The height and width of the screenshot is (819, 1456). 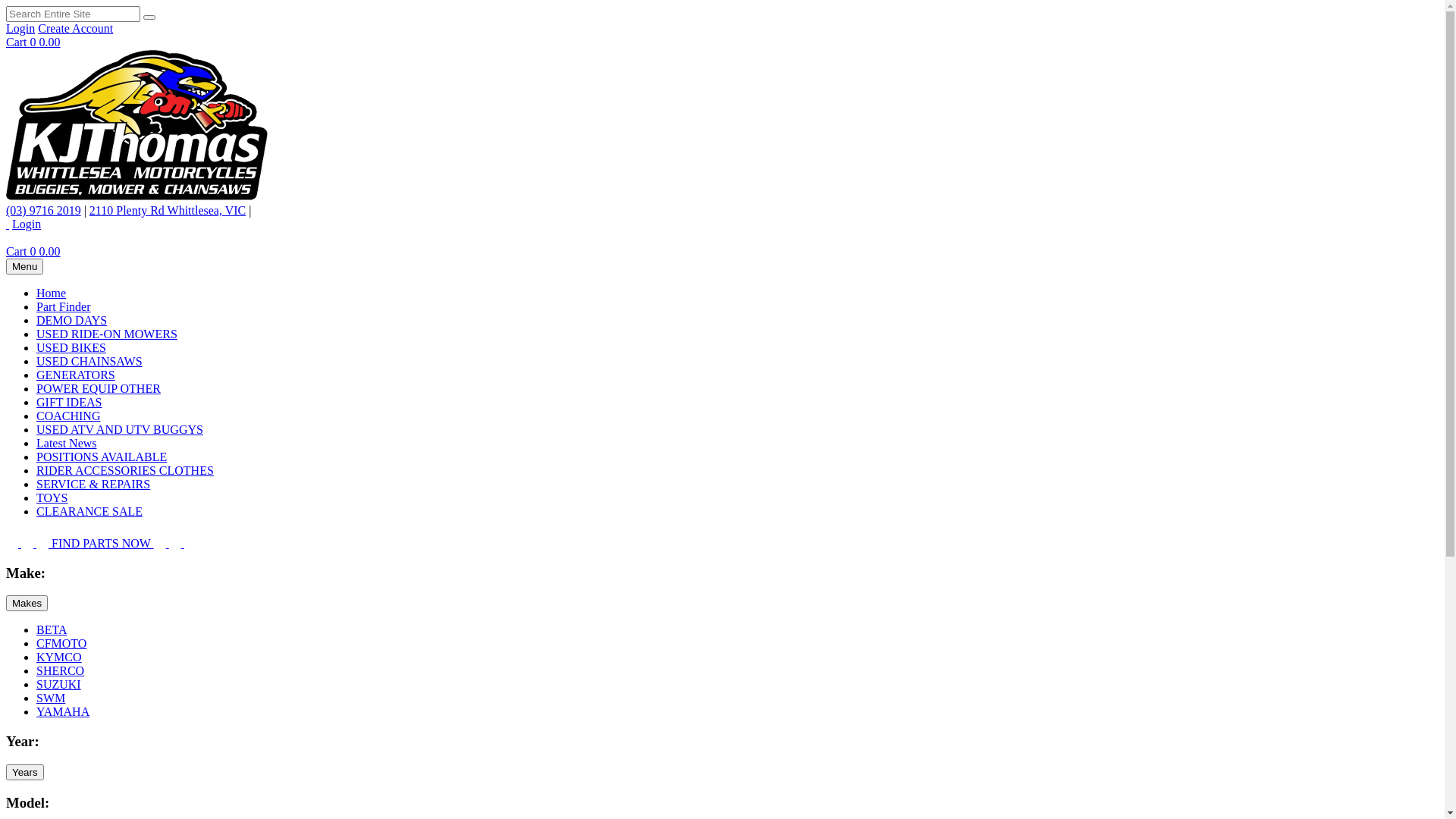 I want to click on 'Cart 0 0.00', so click(x=33, y=41).